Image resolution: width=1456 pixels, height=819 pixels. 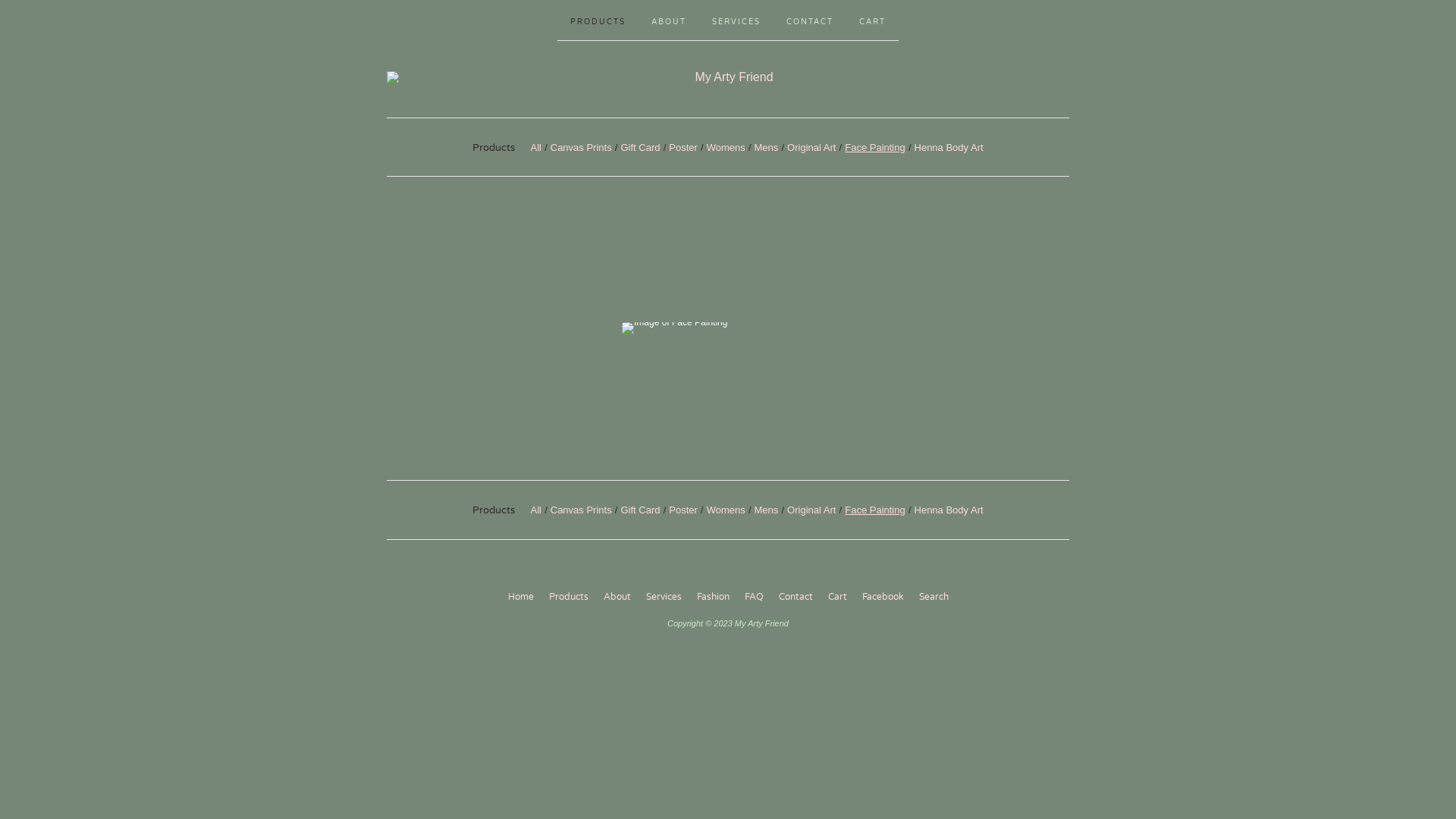 I want to click on 'Mens', so click(x=767, y=146).